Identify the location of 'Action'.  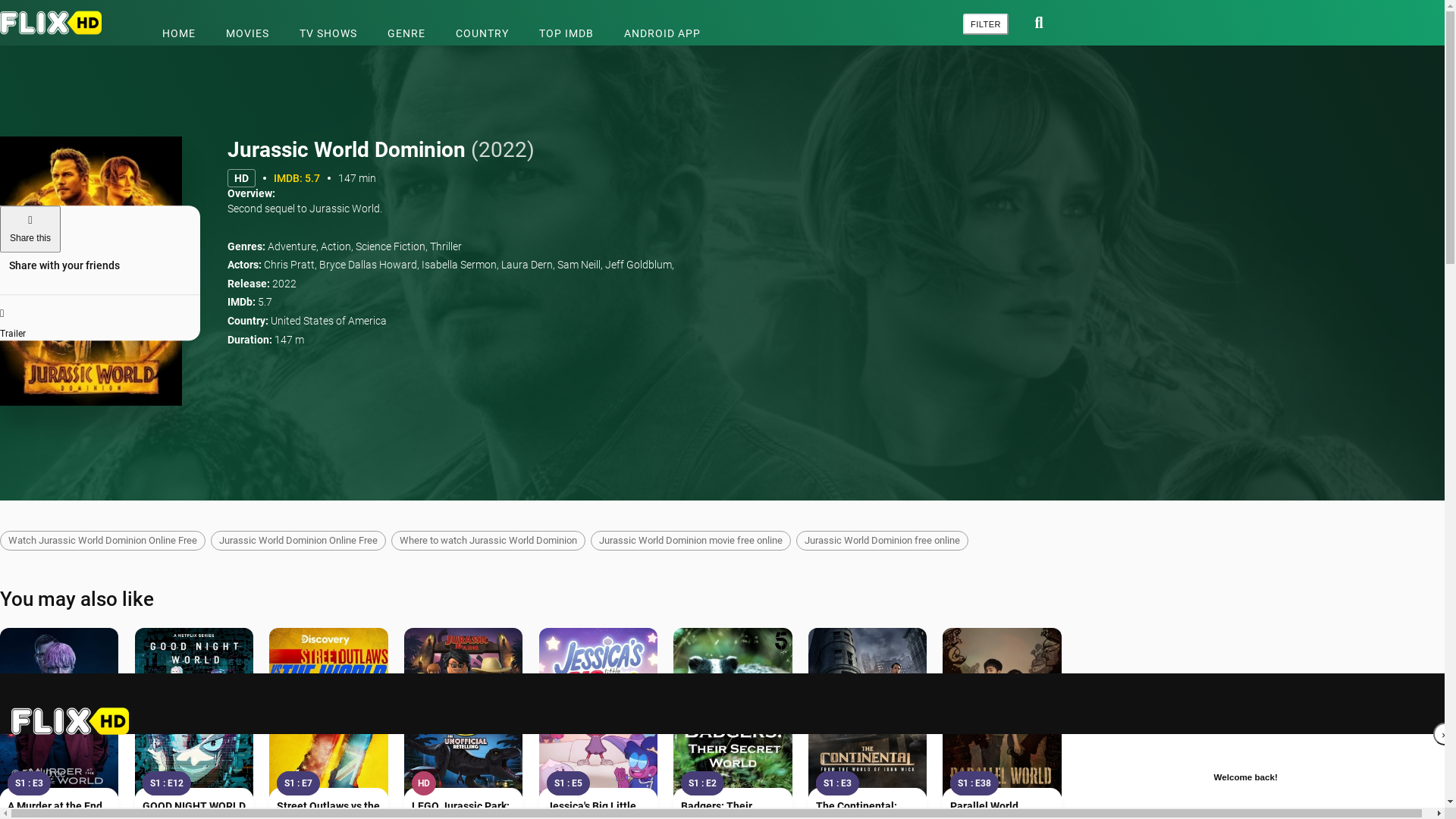
(319, 245).